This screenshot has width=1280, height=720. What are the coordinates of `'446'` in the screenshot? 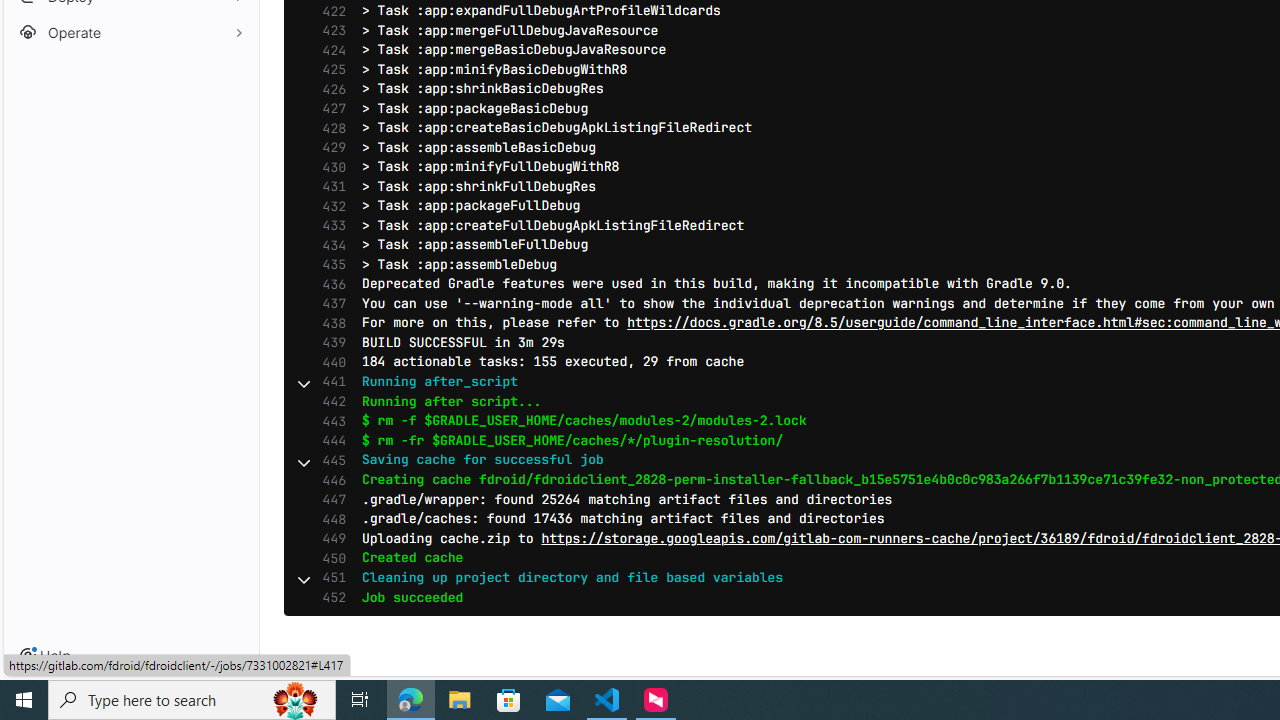 It's located at (329, 480).